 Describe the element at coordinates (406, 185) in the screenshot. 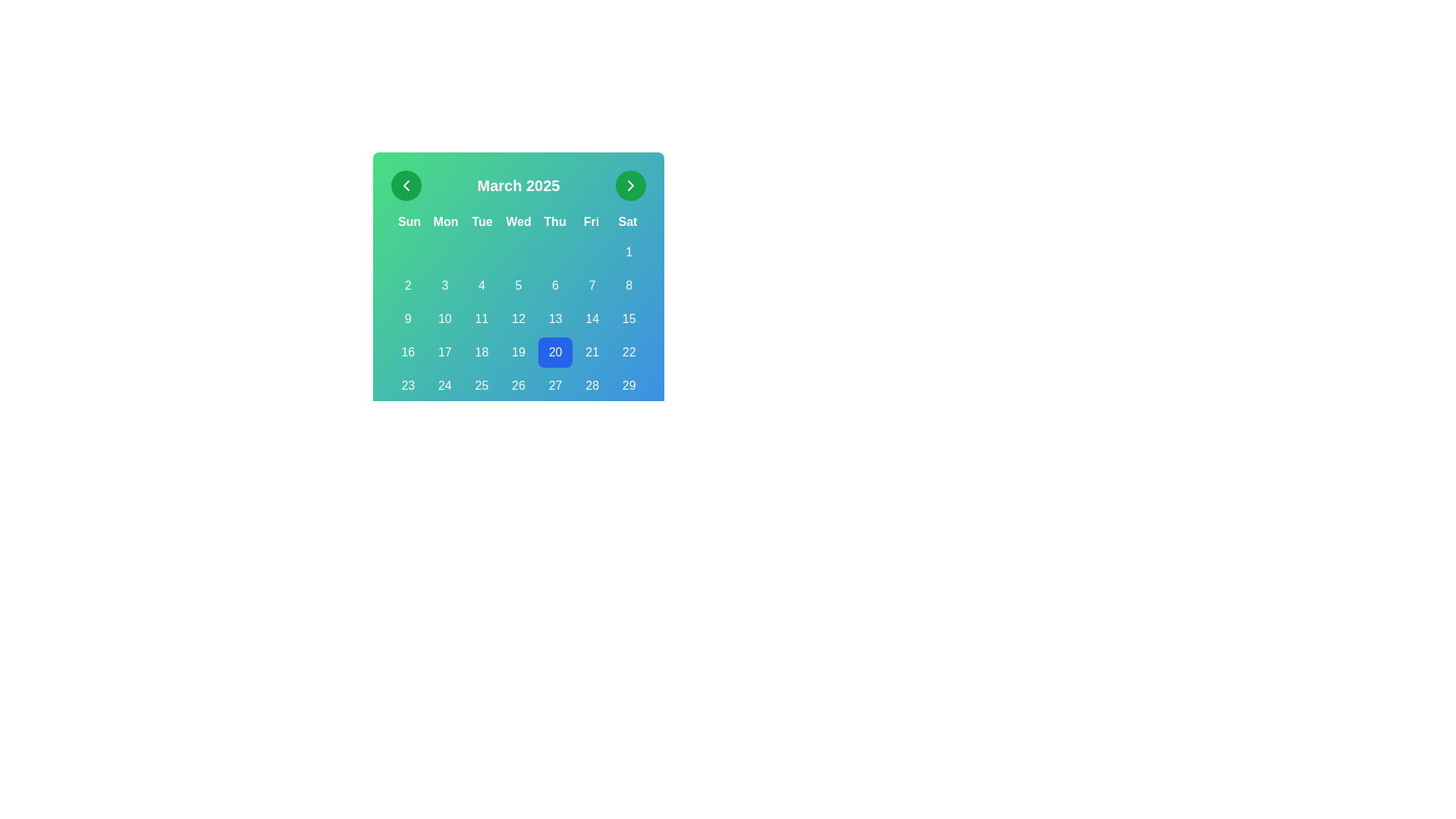

I see `the circular button with a green background located on the left-hand side of the calendar header bar` at that location.